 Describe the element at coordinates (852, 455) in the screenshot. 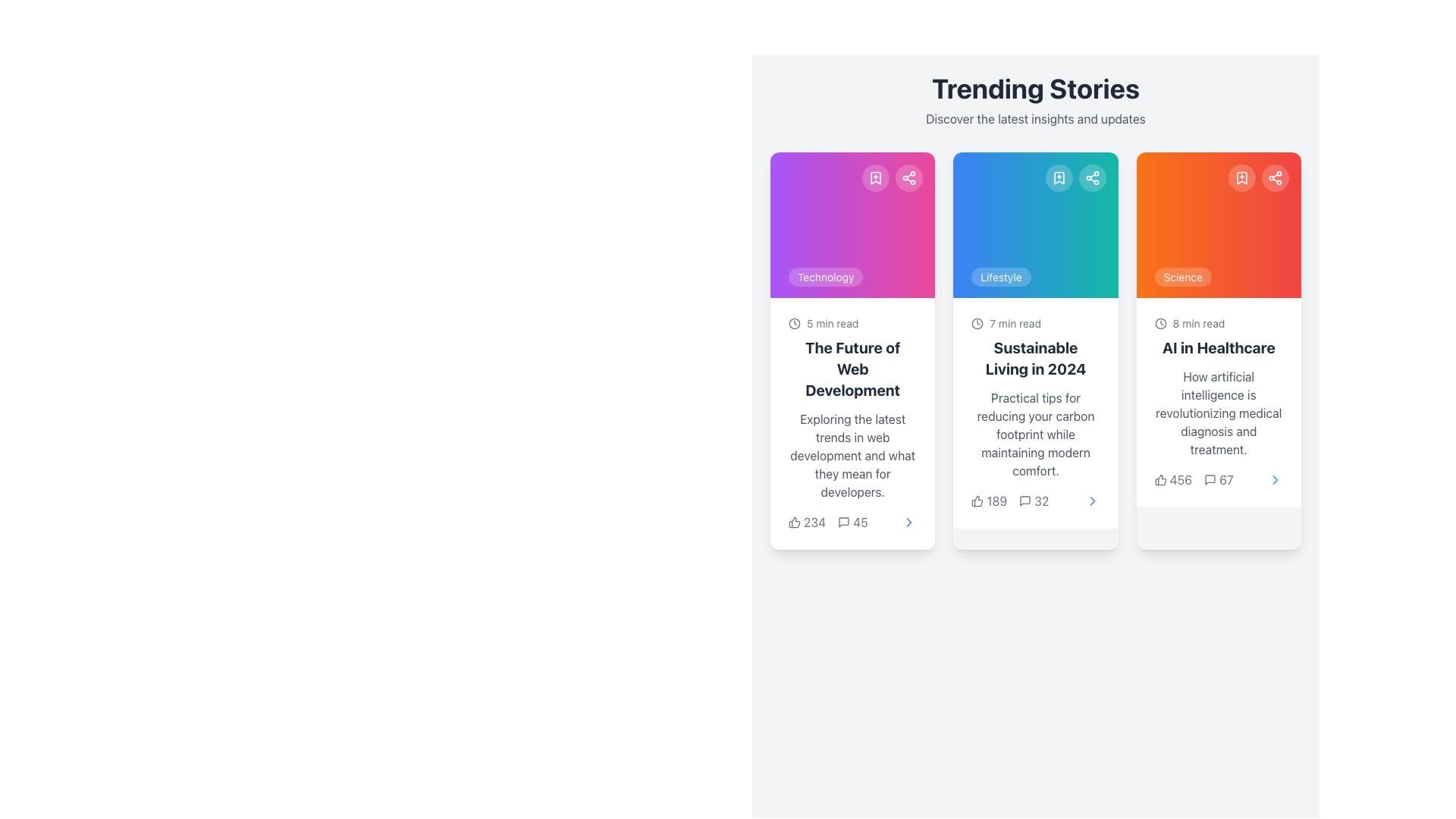

I see `context` at that location.